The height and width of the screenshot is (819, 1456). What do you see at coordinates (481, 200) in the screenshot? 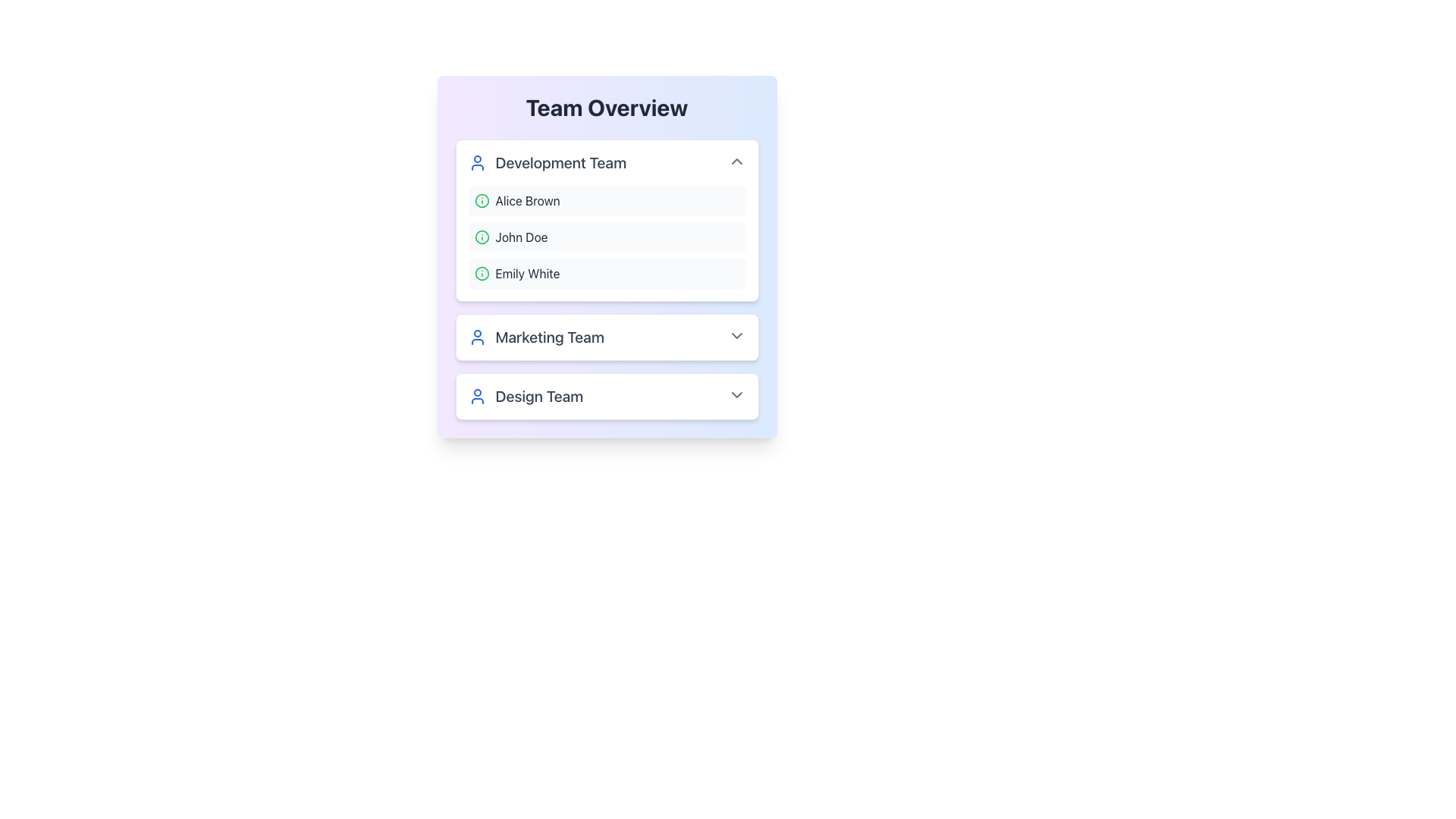
I see `the informational icon associated with 'Alice Brown' in the 'Development Team' section, positioned to the left of her name` at bounding box center [481, 200].